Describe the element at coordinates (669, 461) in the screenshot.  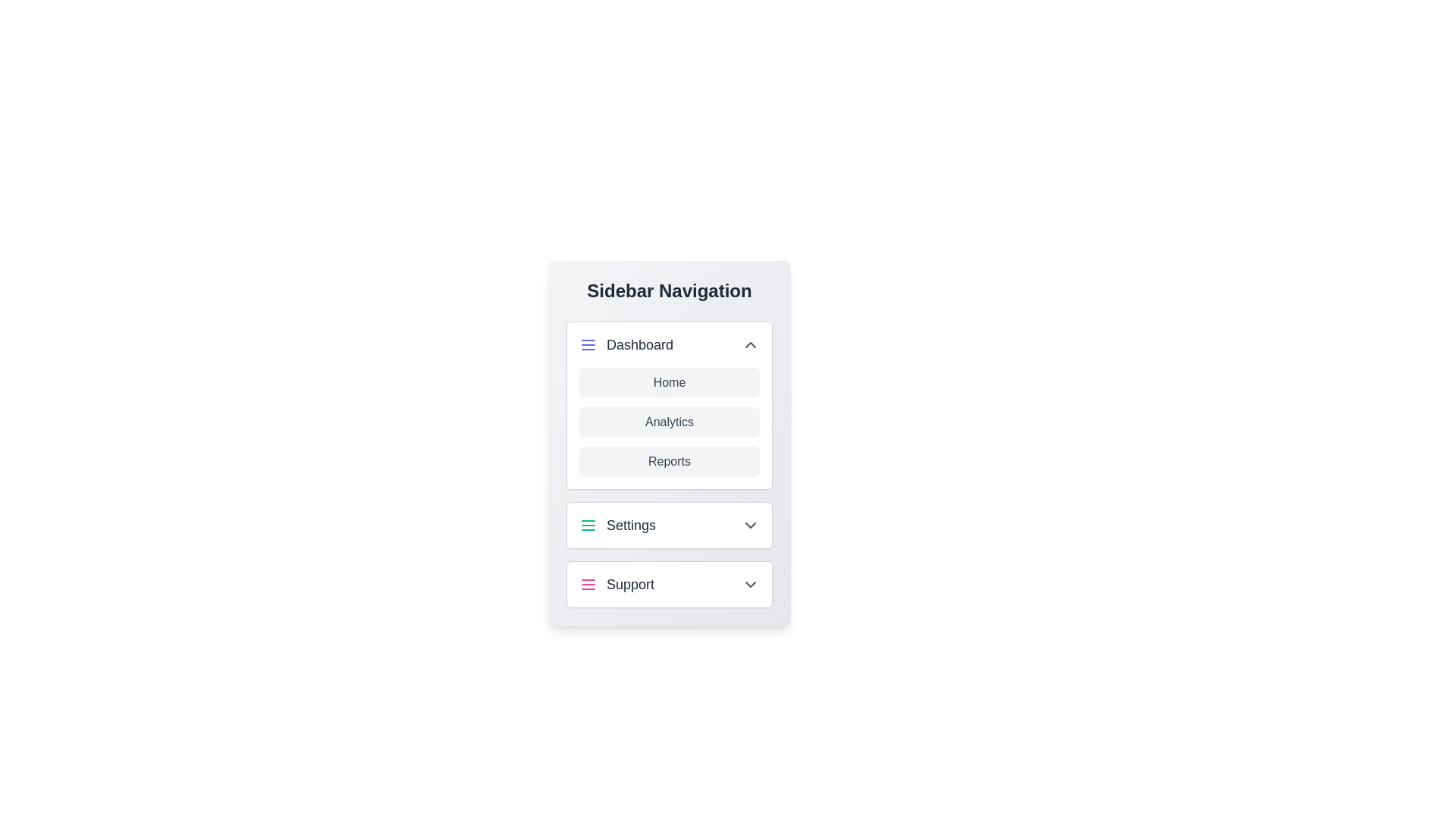
I see `the 'Reports' navigation button, which is the third button in the sidebar menu, located directly below the 'Analytics' button` at that location.